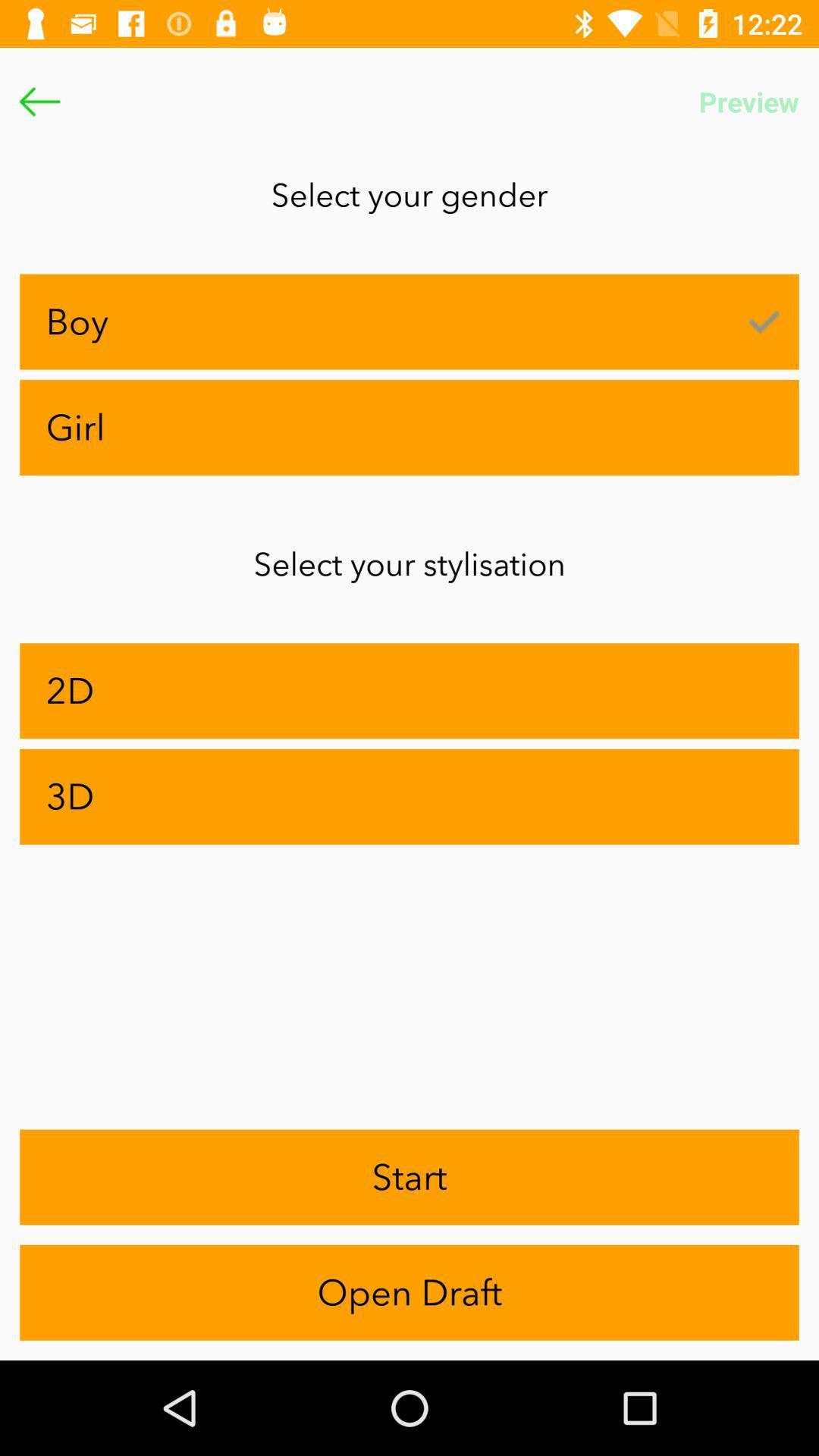 This screenshot has width=819, height=1456. I want to click on boy girl gender, so click(39, 101).